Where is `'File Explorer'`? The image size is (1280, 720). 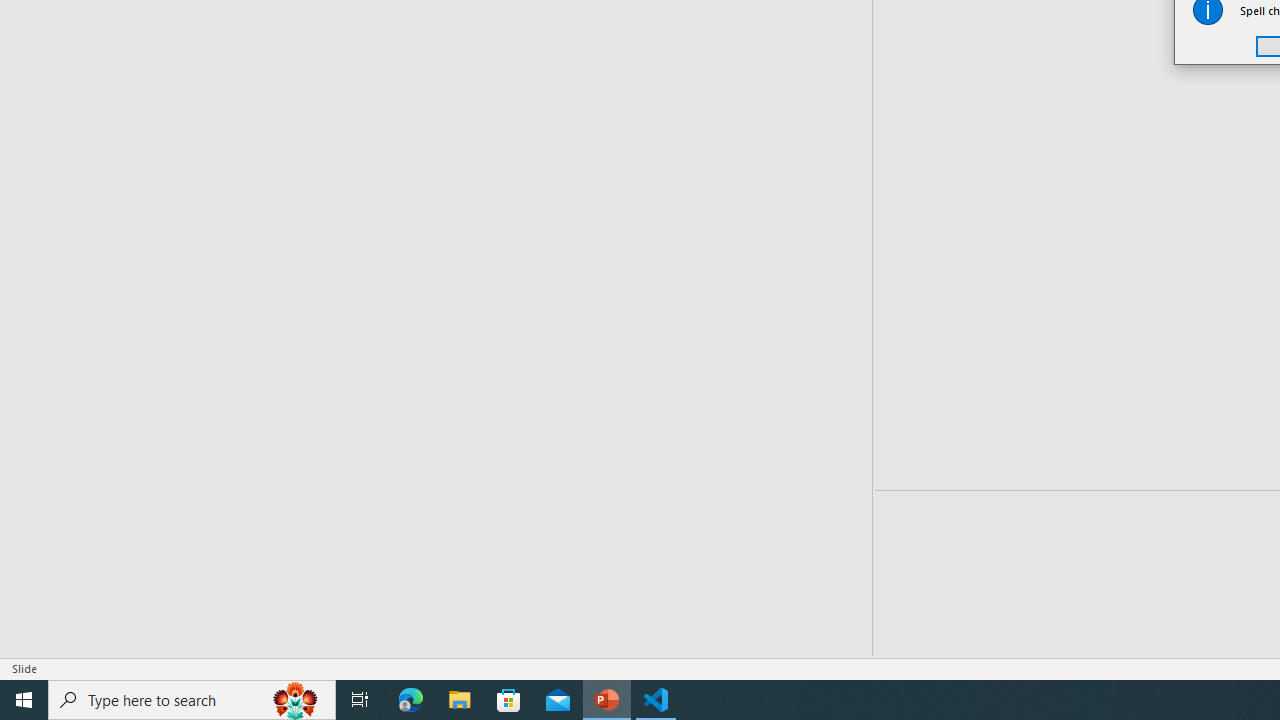 'File Explorer' is located at coordinates (459, 698).